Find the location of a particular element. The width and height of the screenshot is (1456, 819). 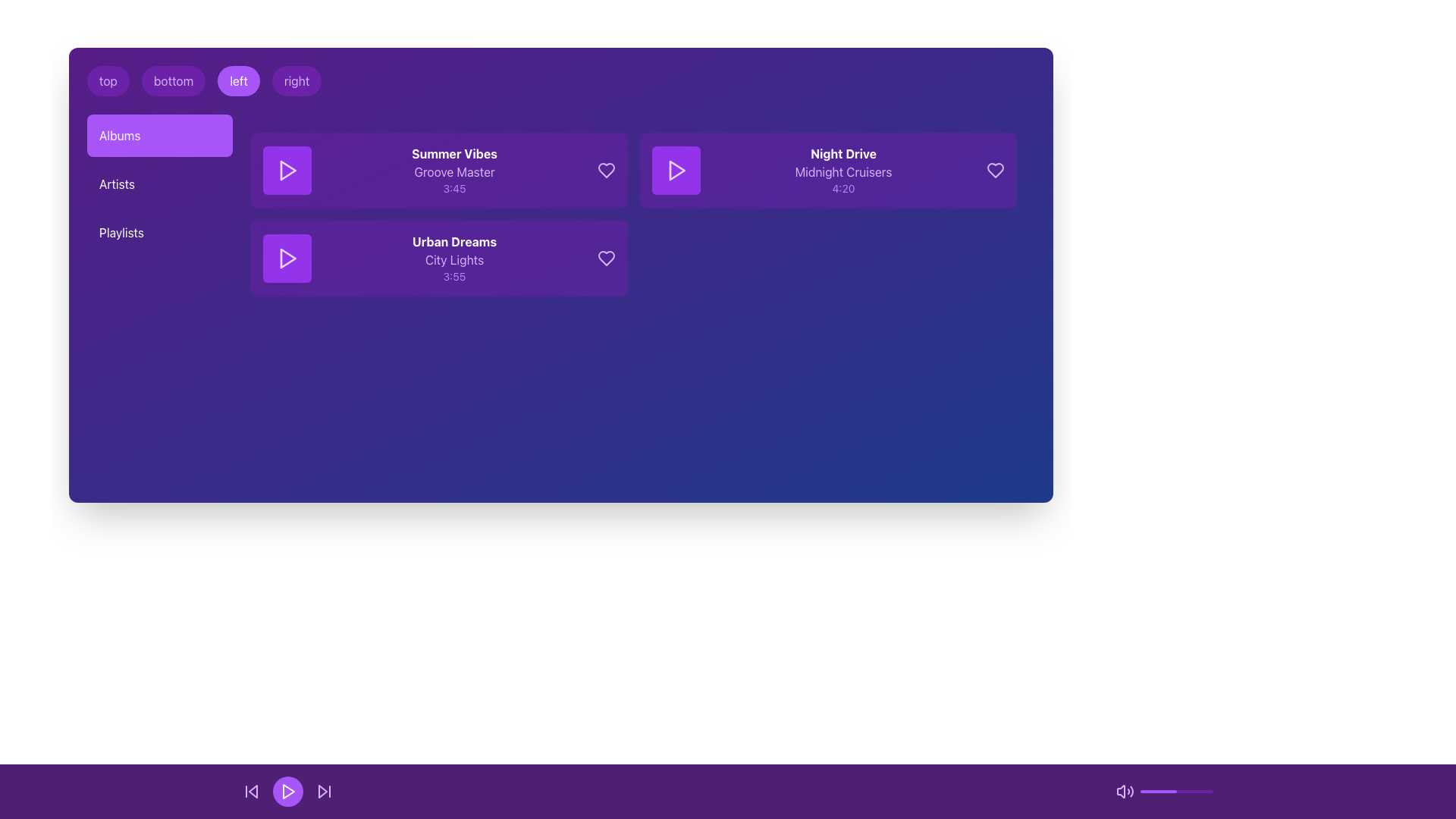

the 'Albums' button located at the top of the left-aligned column is located at coordinates (160, 134).